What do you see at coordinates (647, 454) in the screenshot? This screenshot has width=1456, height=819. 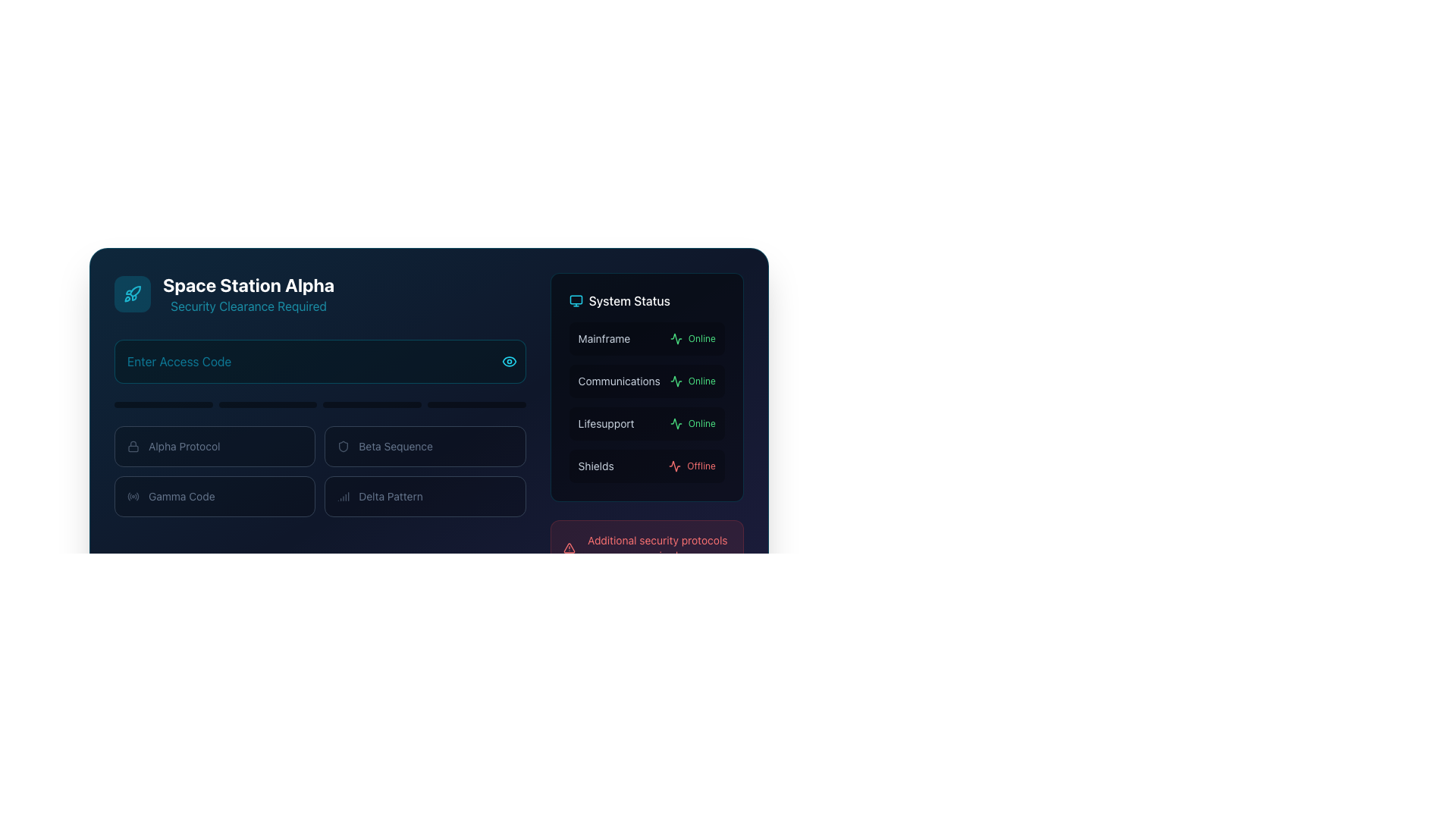 I see `the 'System Status' panel located on the right side of the interface, beneath 'Space Station Alpha', to view the status of various system components` at bounding box center [647, 454].